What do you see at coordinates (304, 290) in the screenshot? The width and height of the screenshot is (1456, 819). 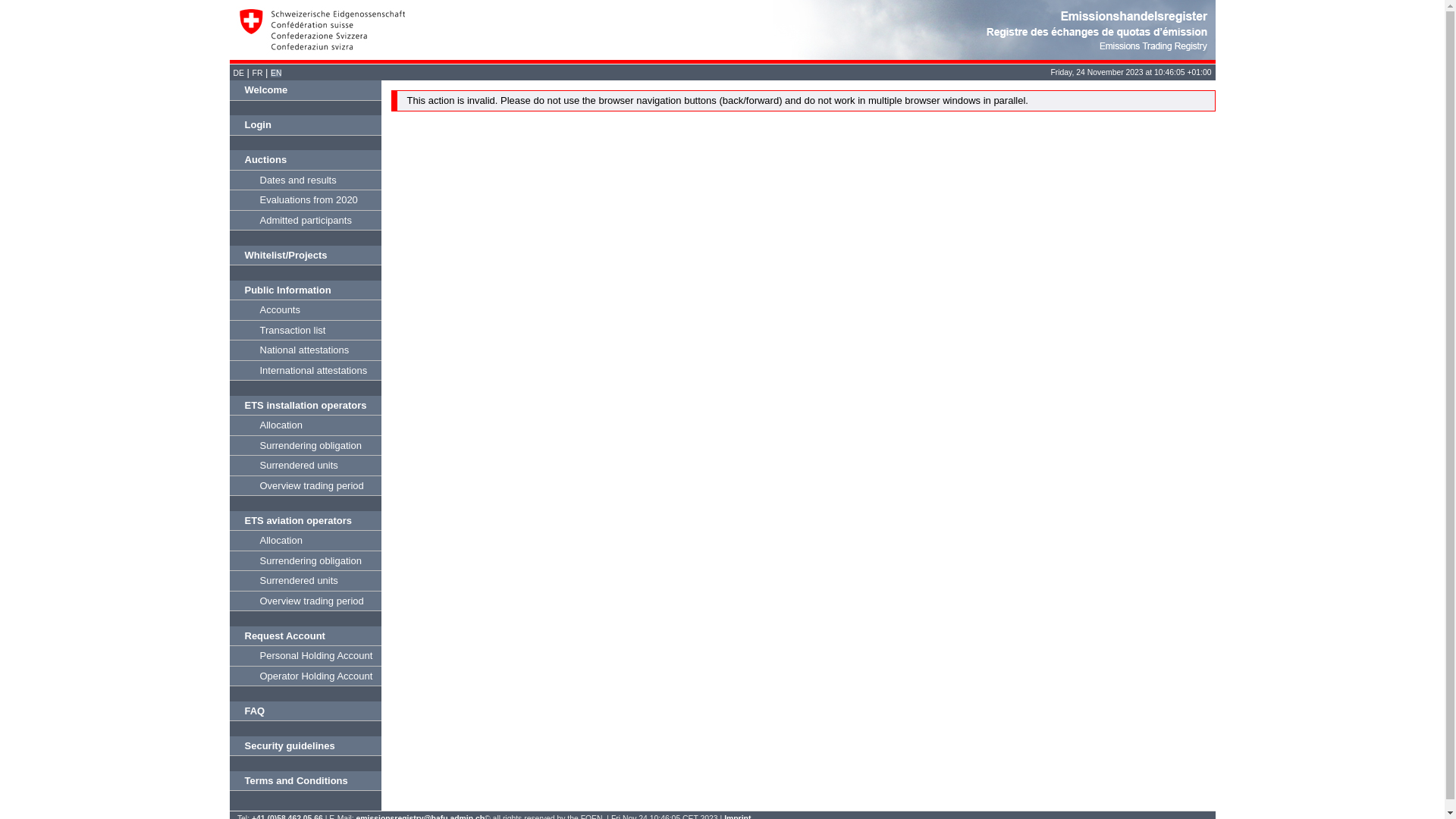 I see `'Public Information'` at bounding box center [304, 290].